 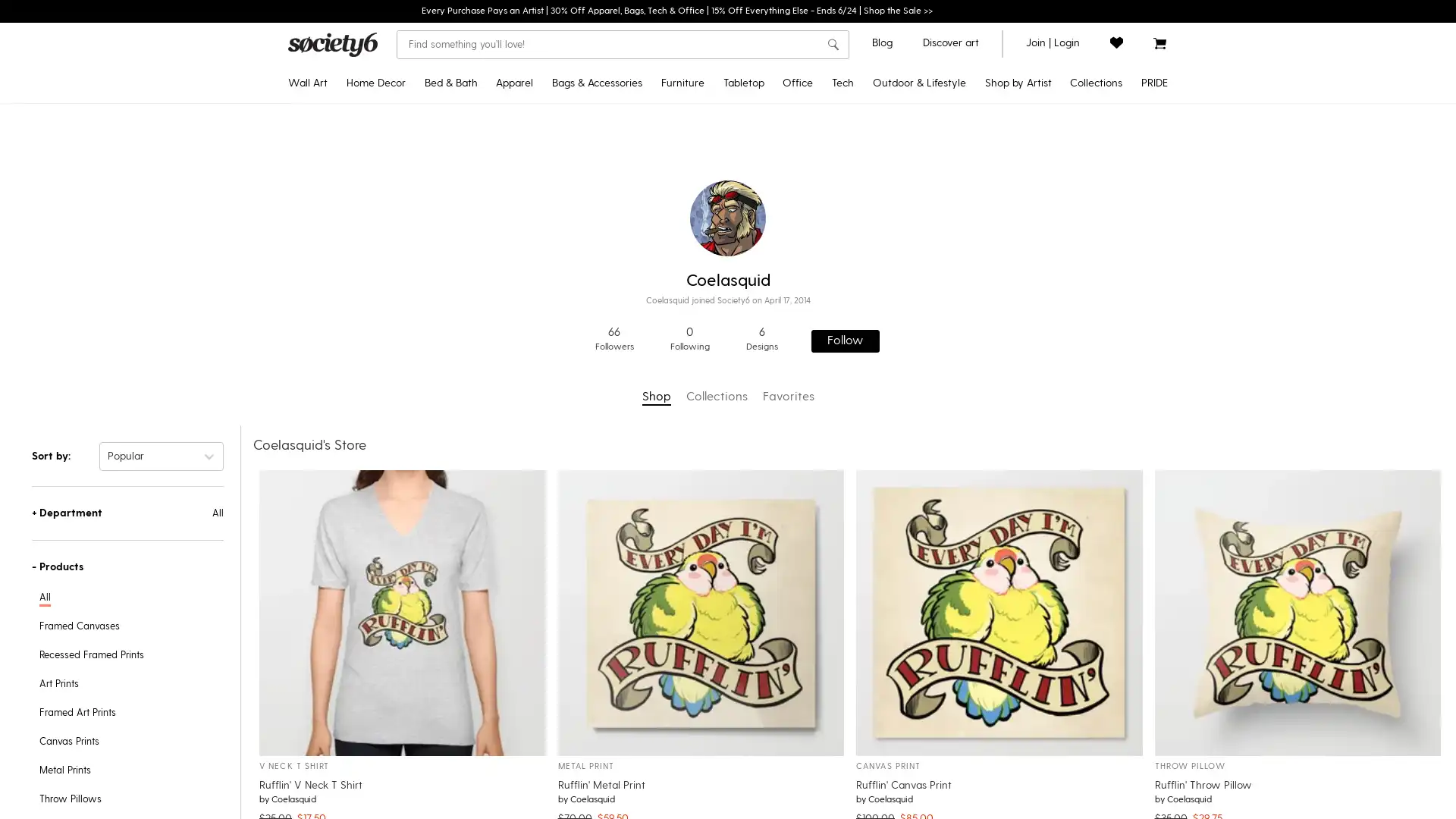 I want to click on Discover LGBTQIA+ Artists, so click(x=1094, y=146).